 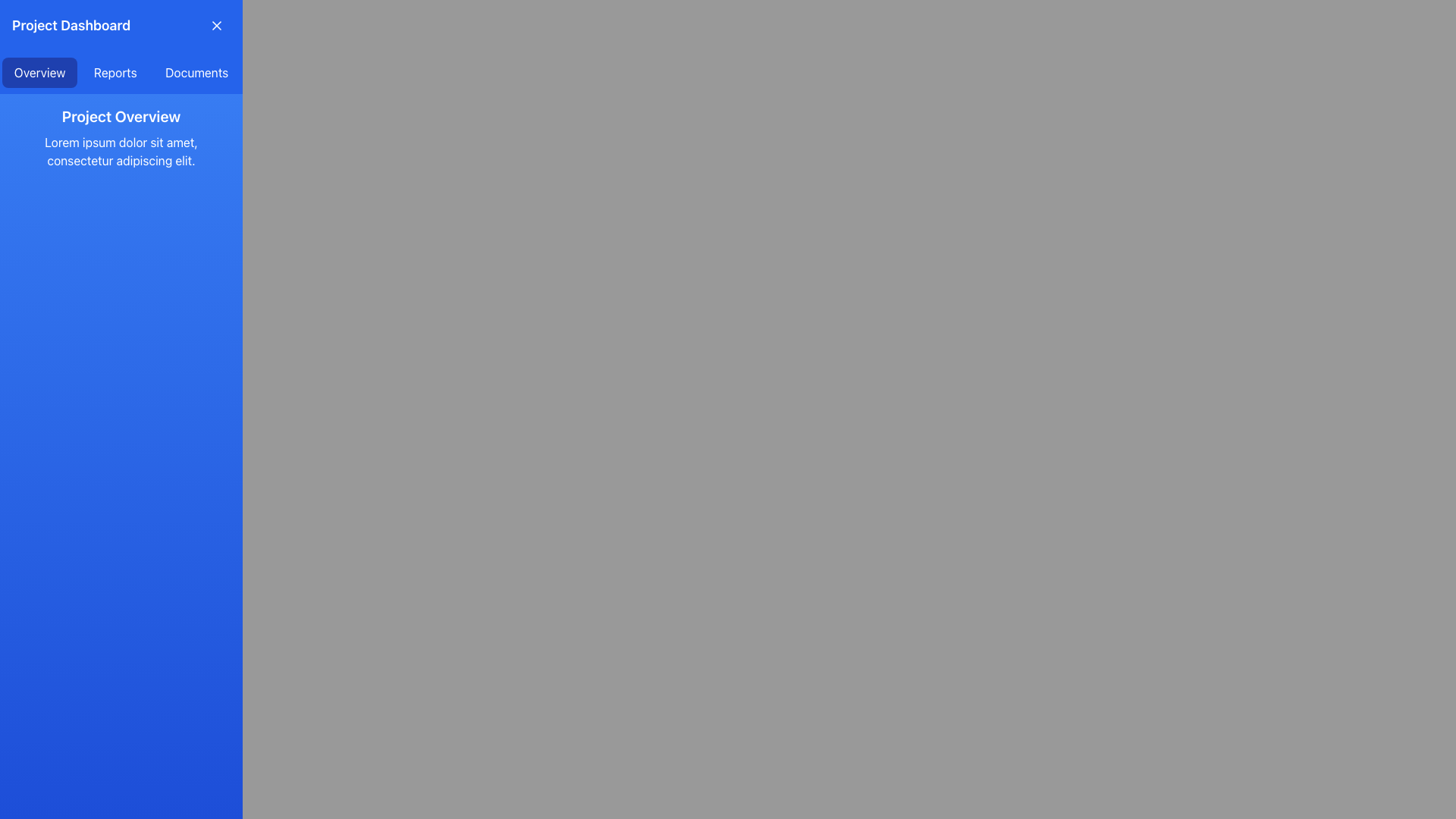 I want to click on the first button in the top-left section of the horizontal navigation bar, so click(x=39, y=73).